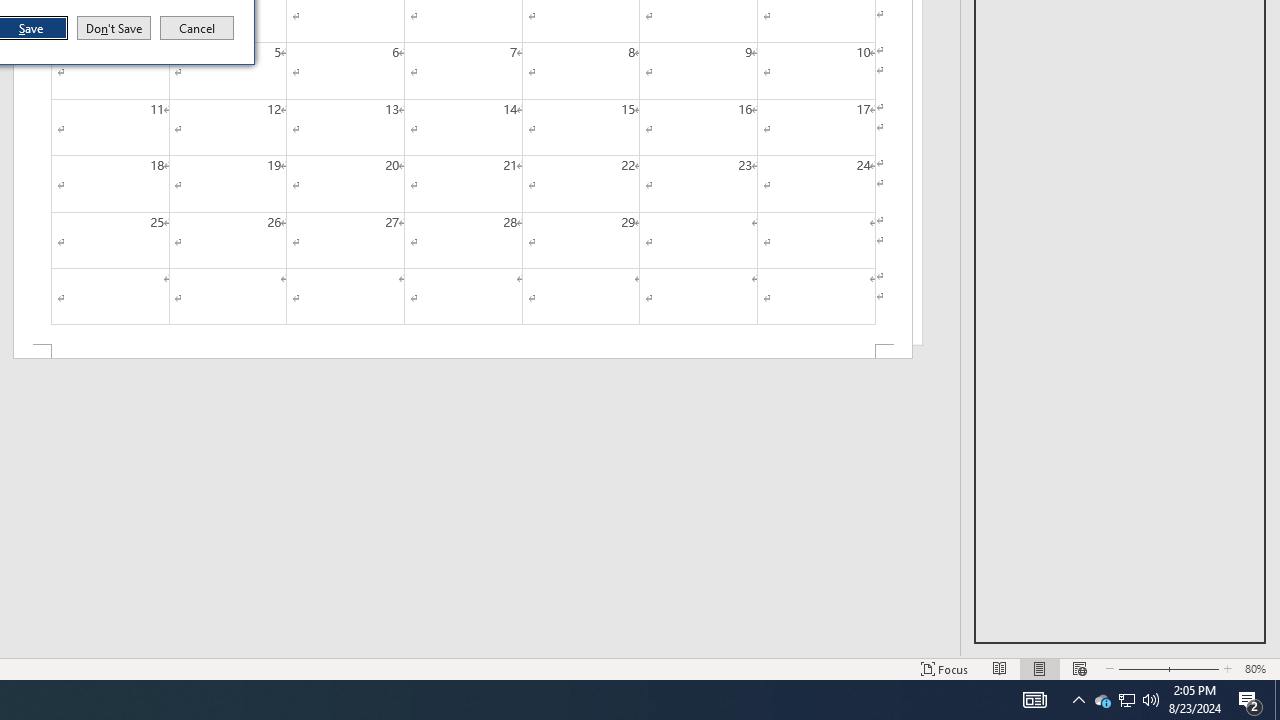  Describe the element at coordinates (197, 28) in the screenshot. I see `'Cancel'` at that location.